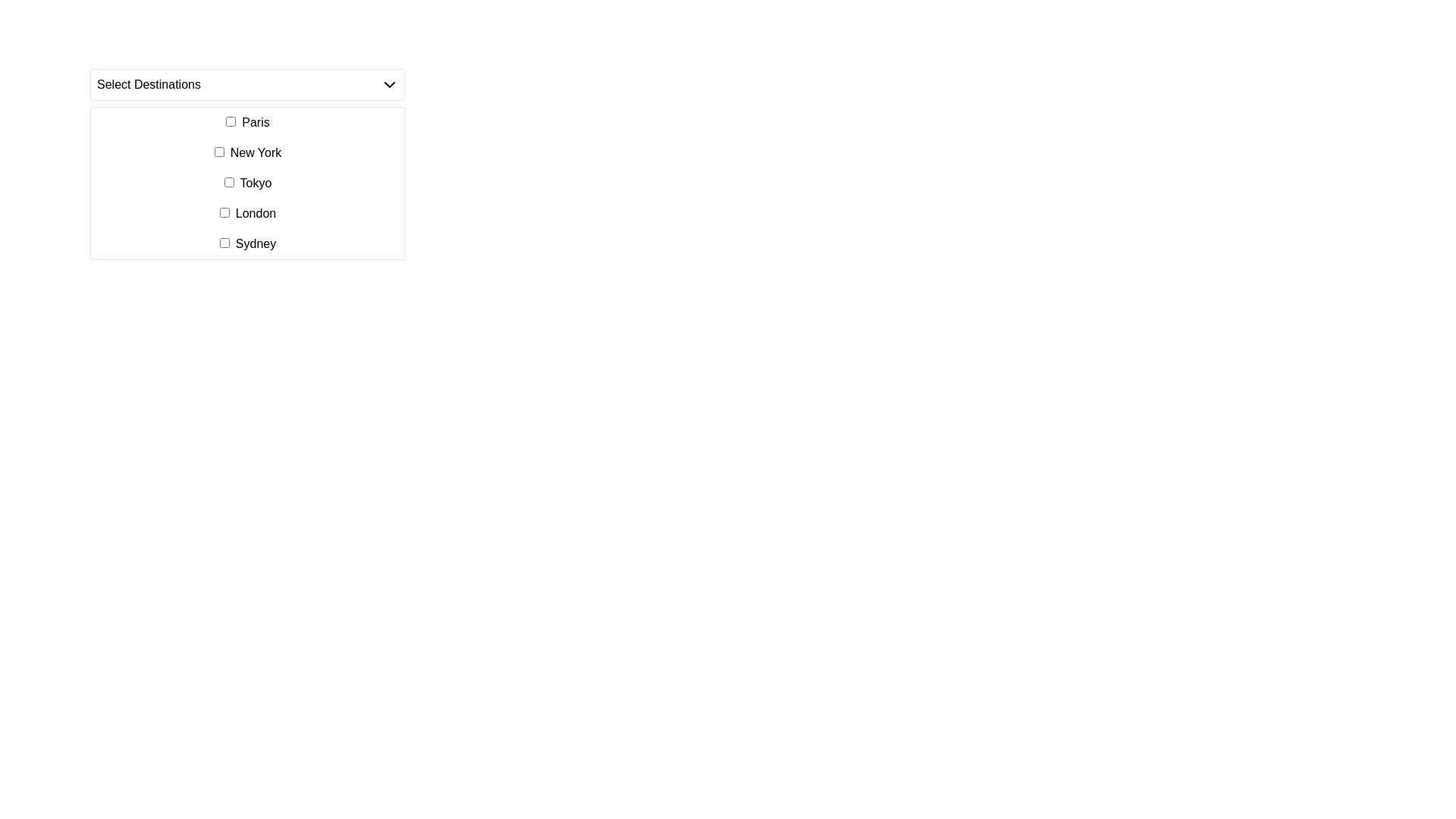  What do you see at coordinates (389, 84) in the screenshot?
I see `the downward chevron SVG icon located at the top-right corner of the 'Select Destinations' label` at bounding box center [389, 84].